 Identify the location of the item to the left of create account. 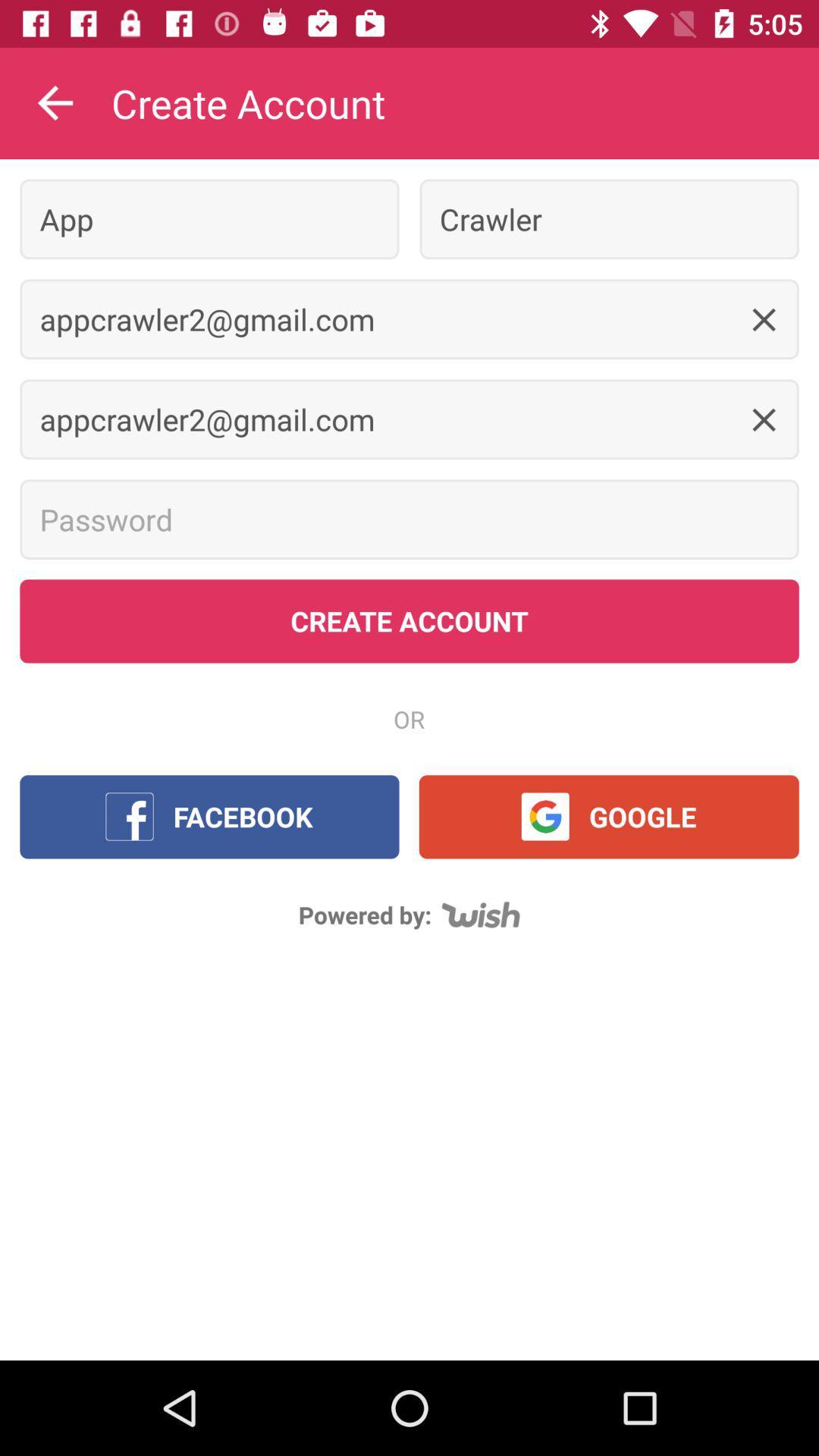
(55, 102).